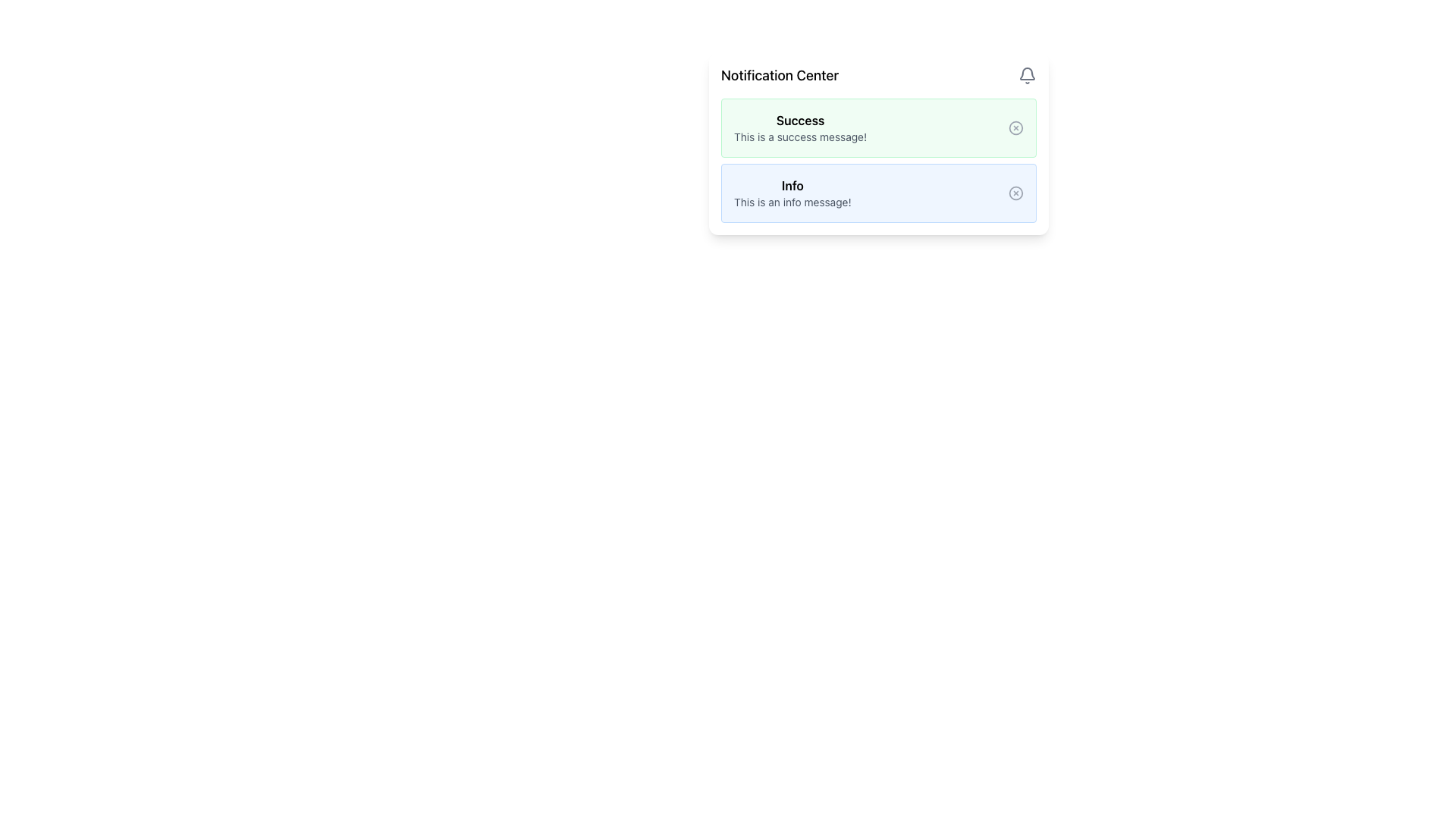 The image size is (1456, 819). What do you see at coordinates (792, 201) in the screenshot?
I see `the Text label displaying 'This is an info message!' within the notification card labeled 'Info'` at bounding box center [792, 201].